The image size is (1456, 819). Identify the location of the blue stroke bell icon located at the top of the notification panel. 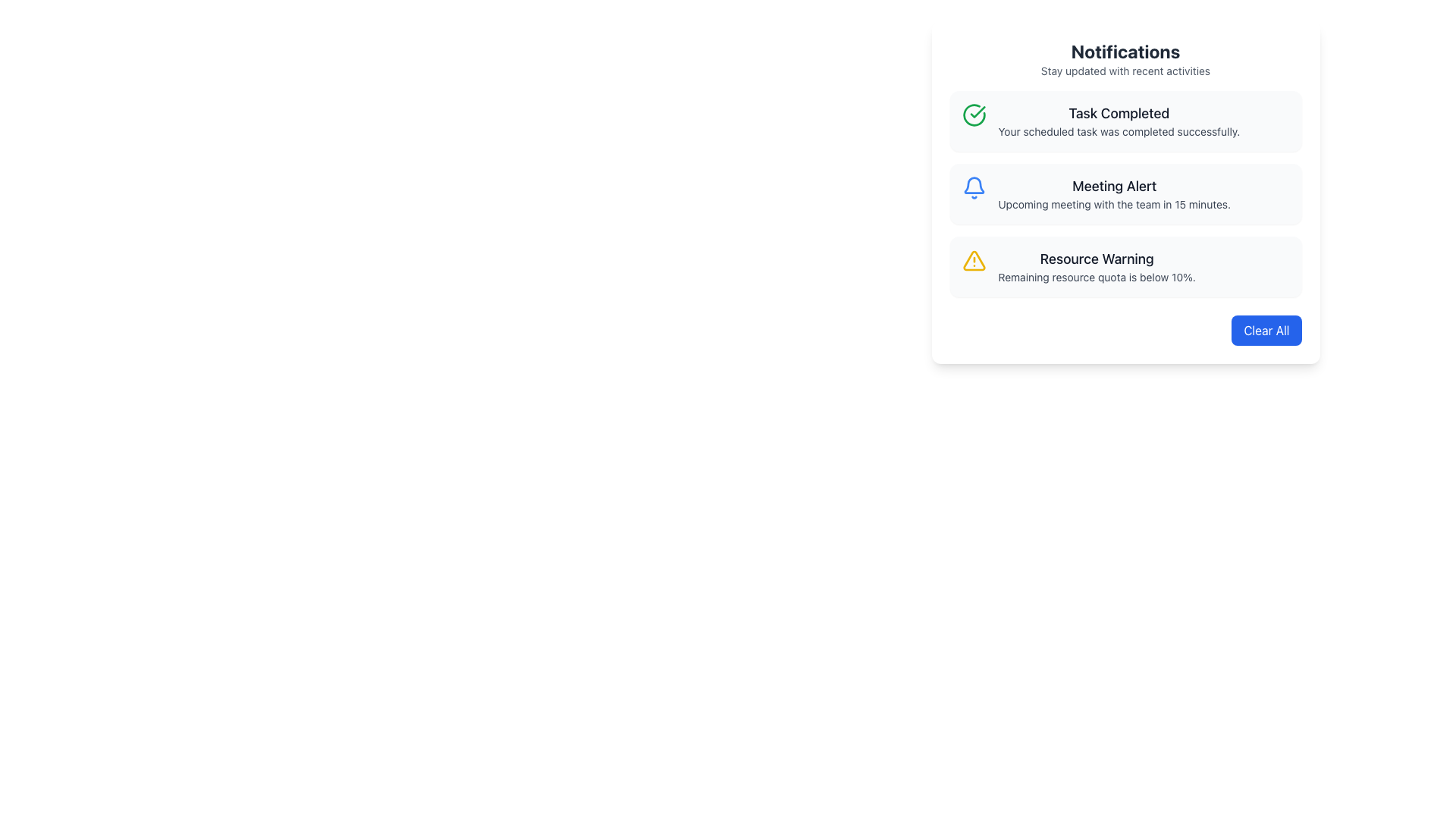
(973, 184).